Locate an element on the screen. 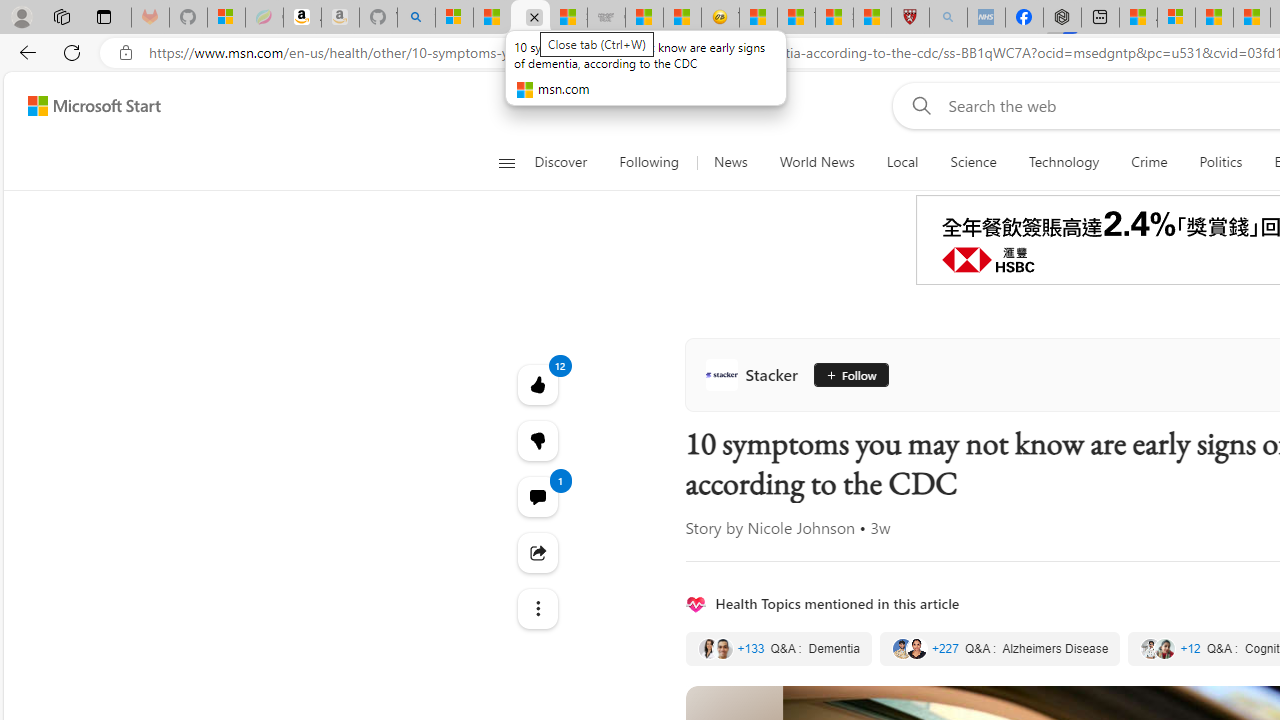 The image size is (1280, 720). 'Open navigation menu' is located at coordinates (506, 162).